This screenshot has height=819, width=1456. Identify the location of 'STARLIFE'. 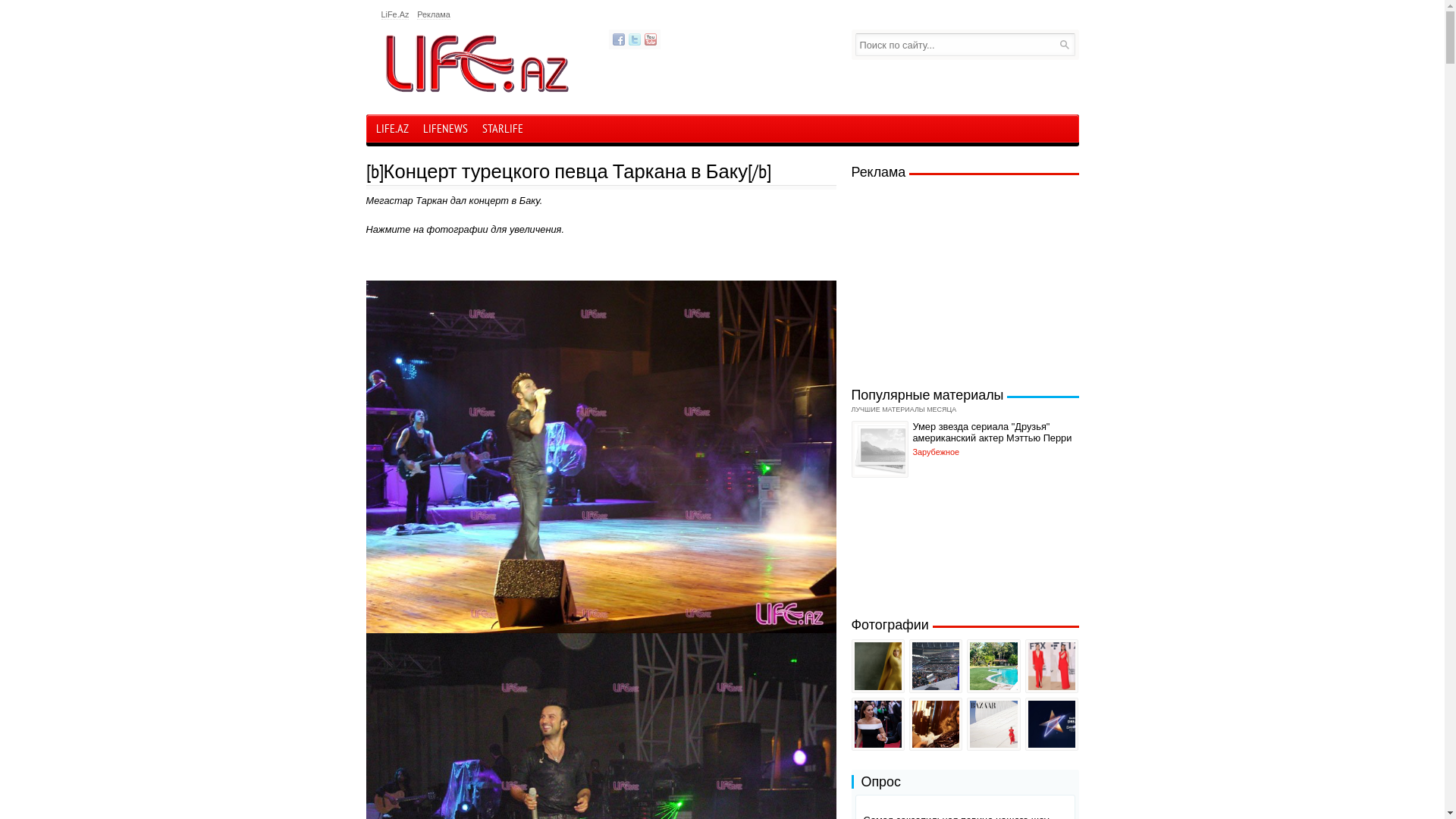
(502, 130).